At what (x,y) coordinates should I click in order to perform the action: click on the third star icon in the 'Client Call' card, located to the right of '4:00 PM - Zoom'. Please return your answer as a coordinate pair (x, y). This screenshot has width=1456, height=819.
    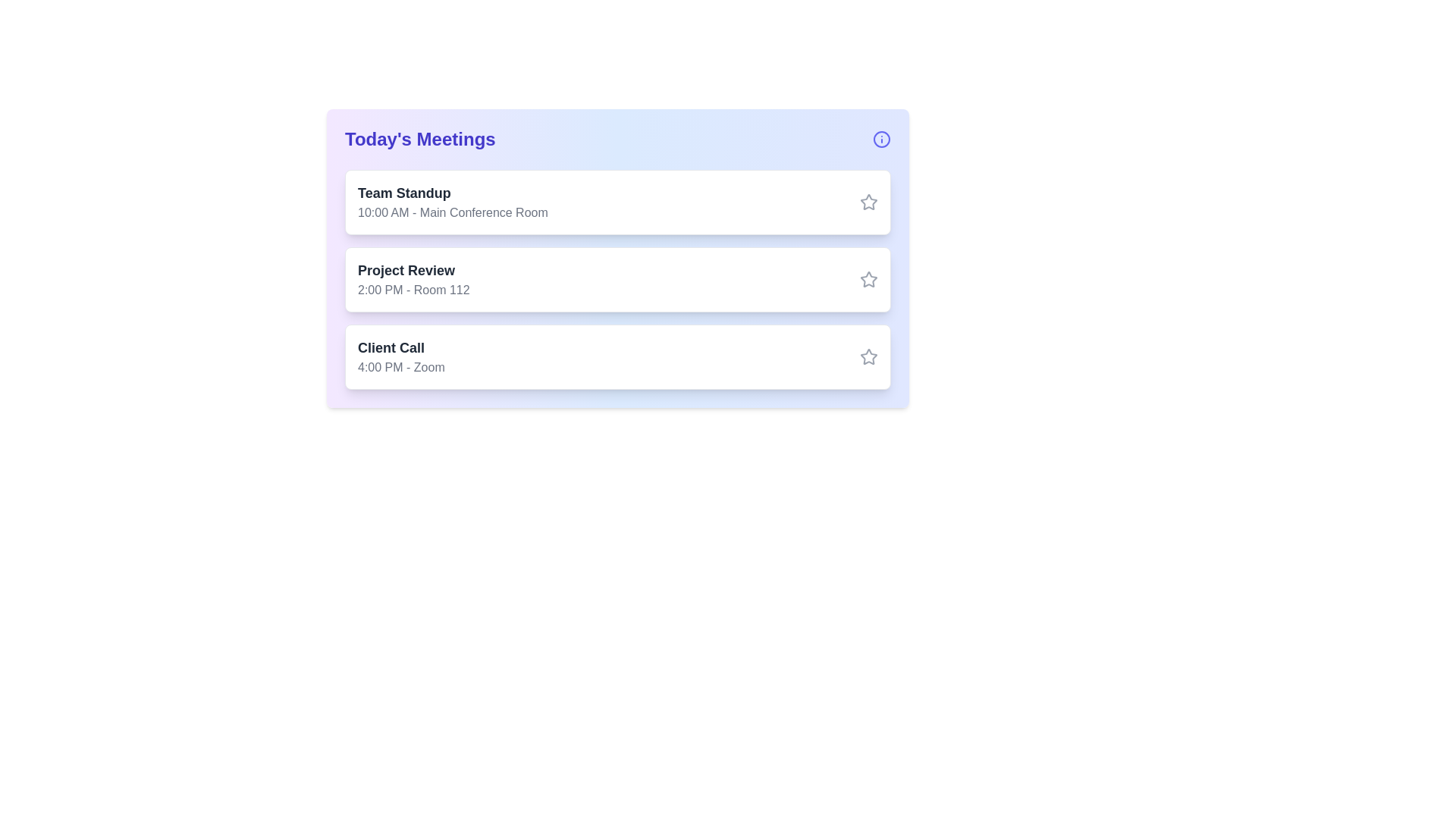
    Looking at the image, I should click on (869, 356).